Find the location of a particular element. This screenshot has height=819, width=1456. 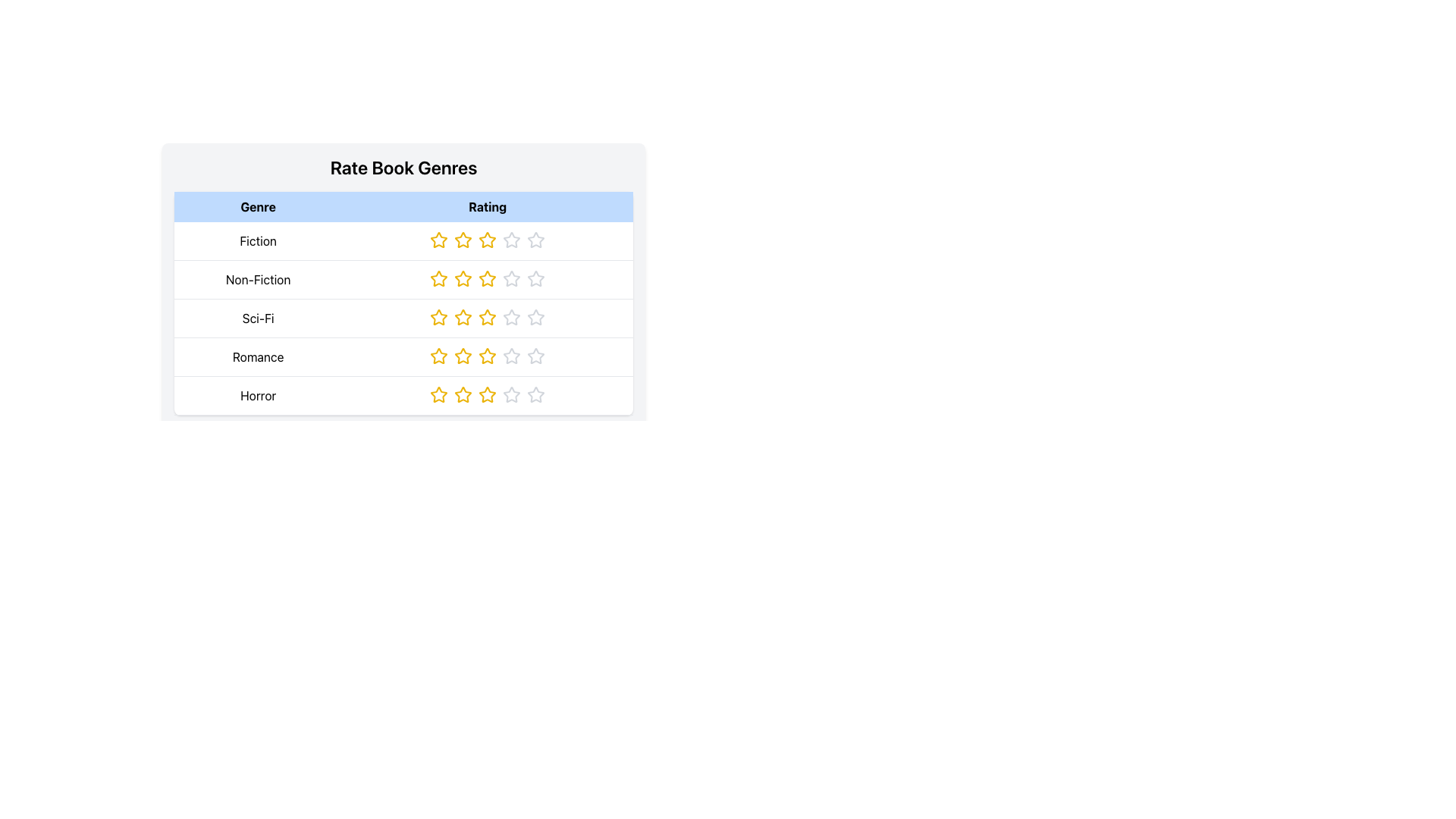

the second star is located at coordinates (438, 356).